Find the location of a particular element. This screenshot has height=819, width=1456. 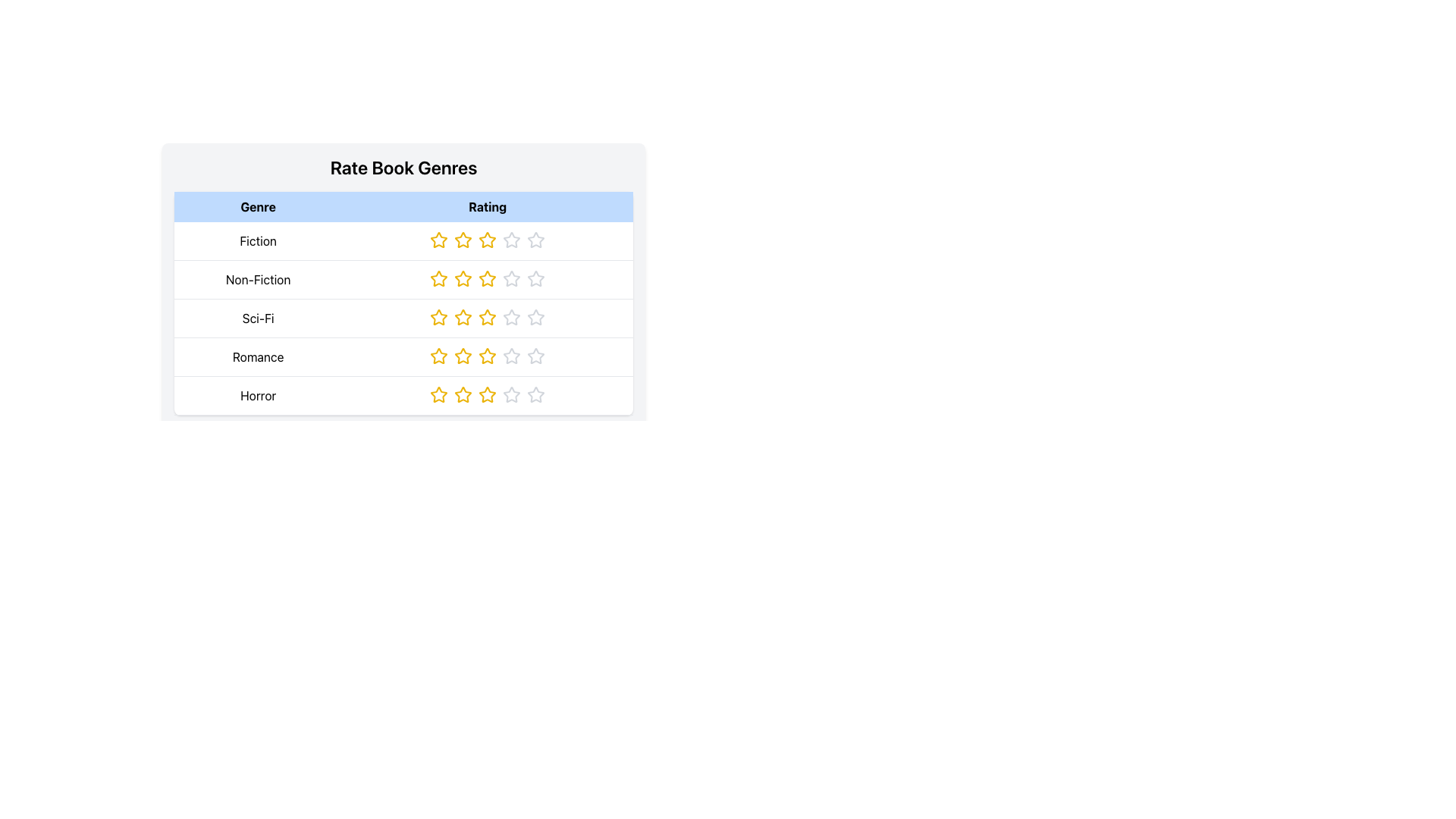

the second star is located at coordinates (438, 356).